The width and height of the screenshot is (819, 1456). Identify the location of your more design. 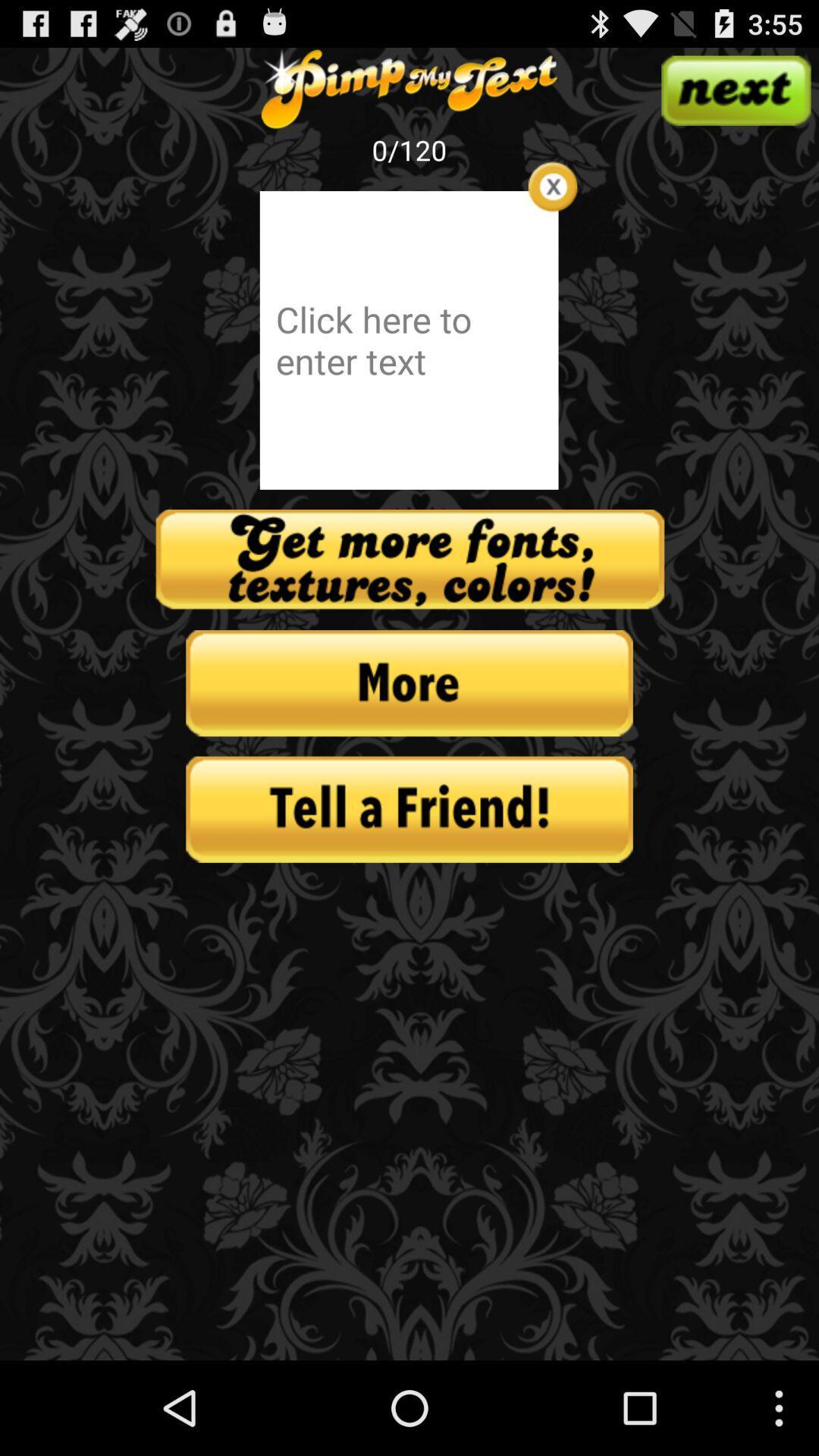
(409, 559).